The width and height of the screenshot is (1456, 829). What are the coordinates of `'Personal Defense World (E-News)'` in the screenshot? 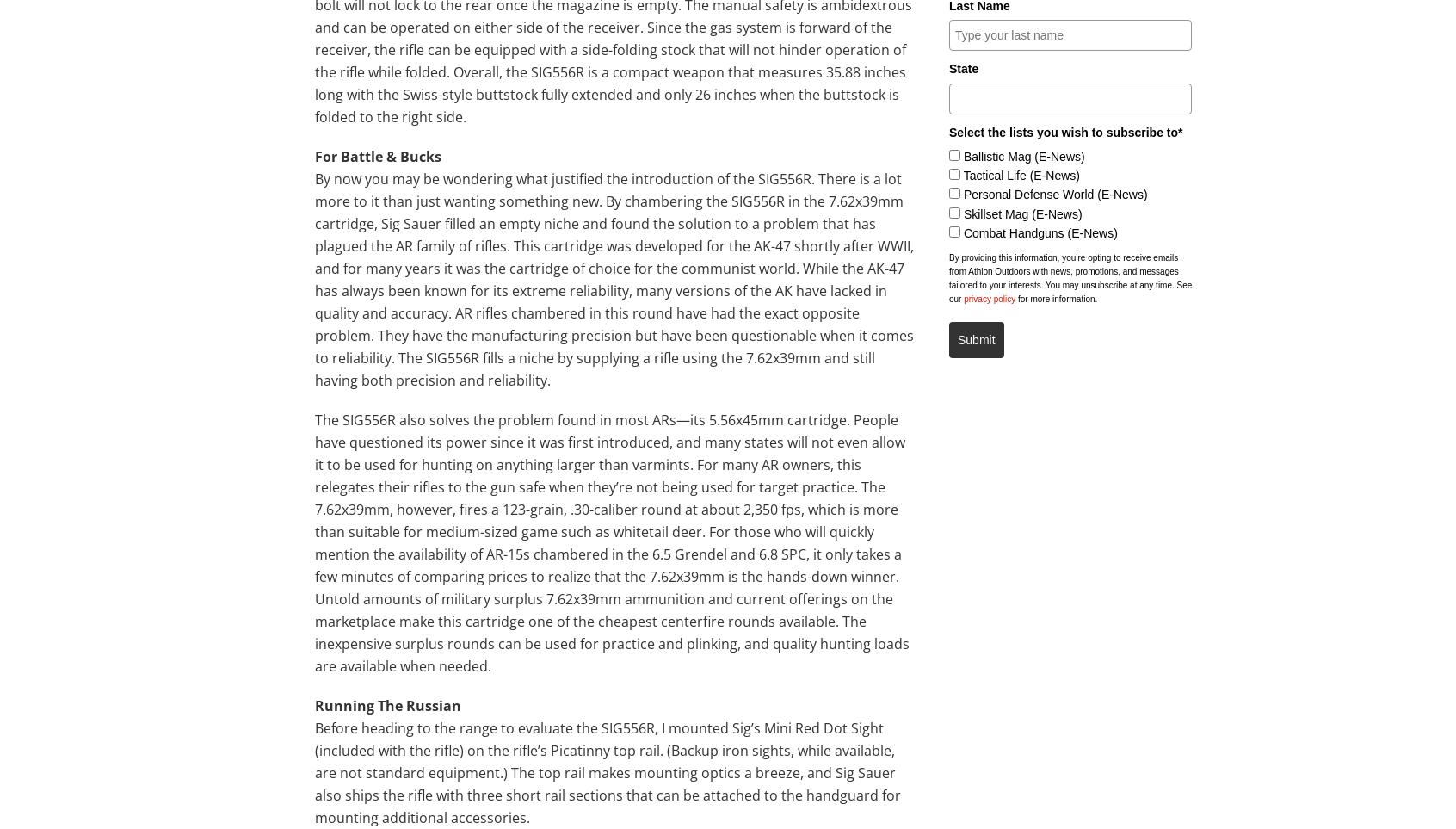 It's located at (1055, 195).